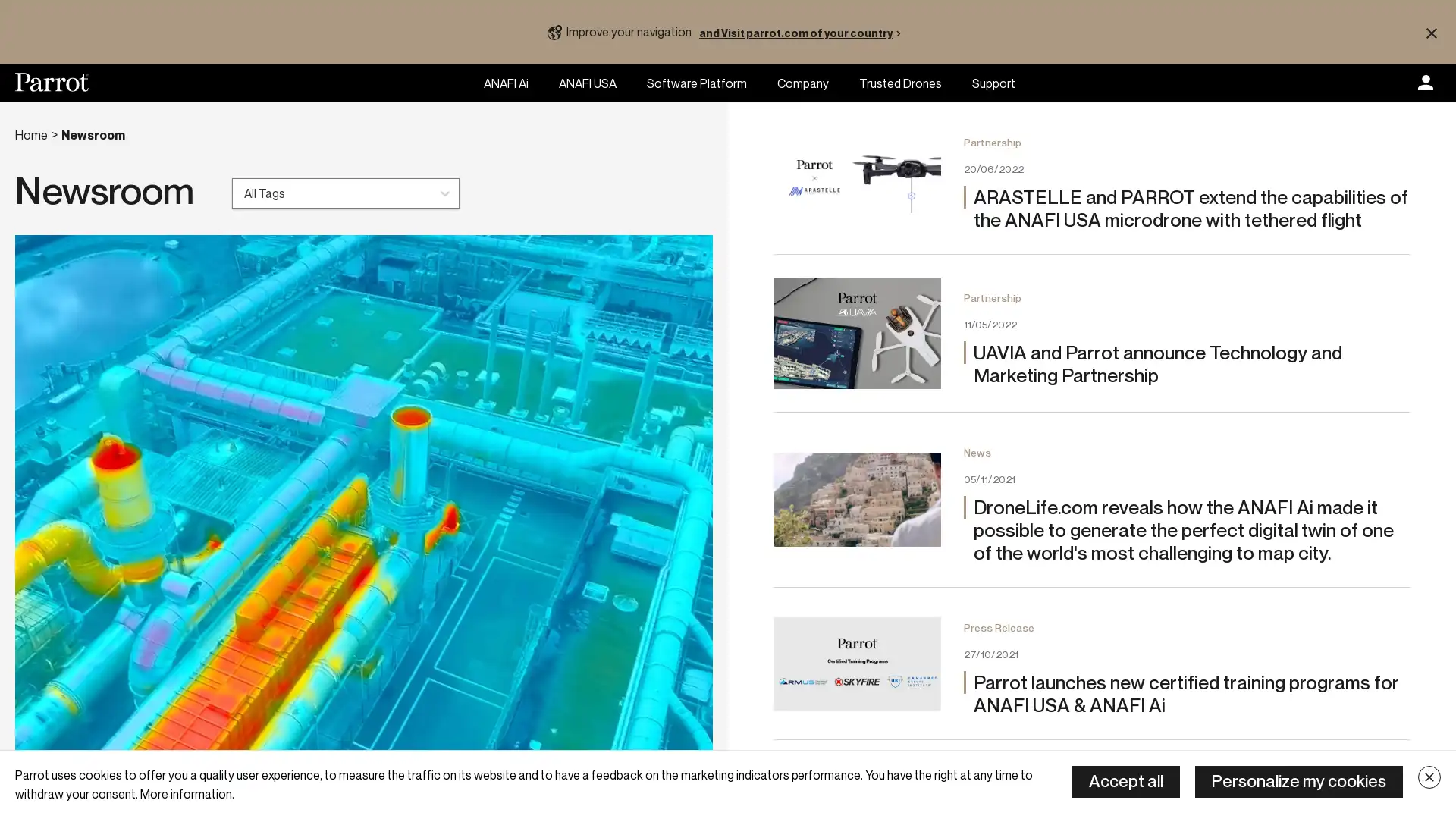 Image resolution: width=1456 pixels, height=819 pixels. I want to click on my-parrot, so click(1425, 83).